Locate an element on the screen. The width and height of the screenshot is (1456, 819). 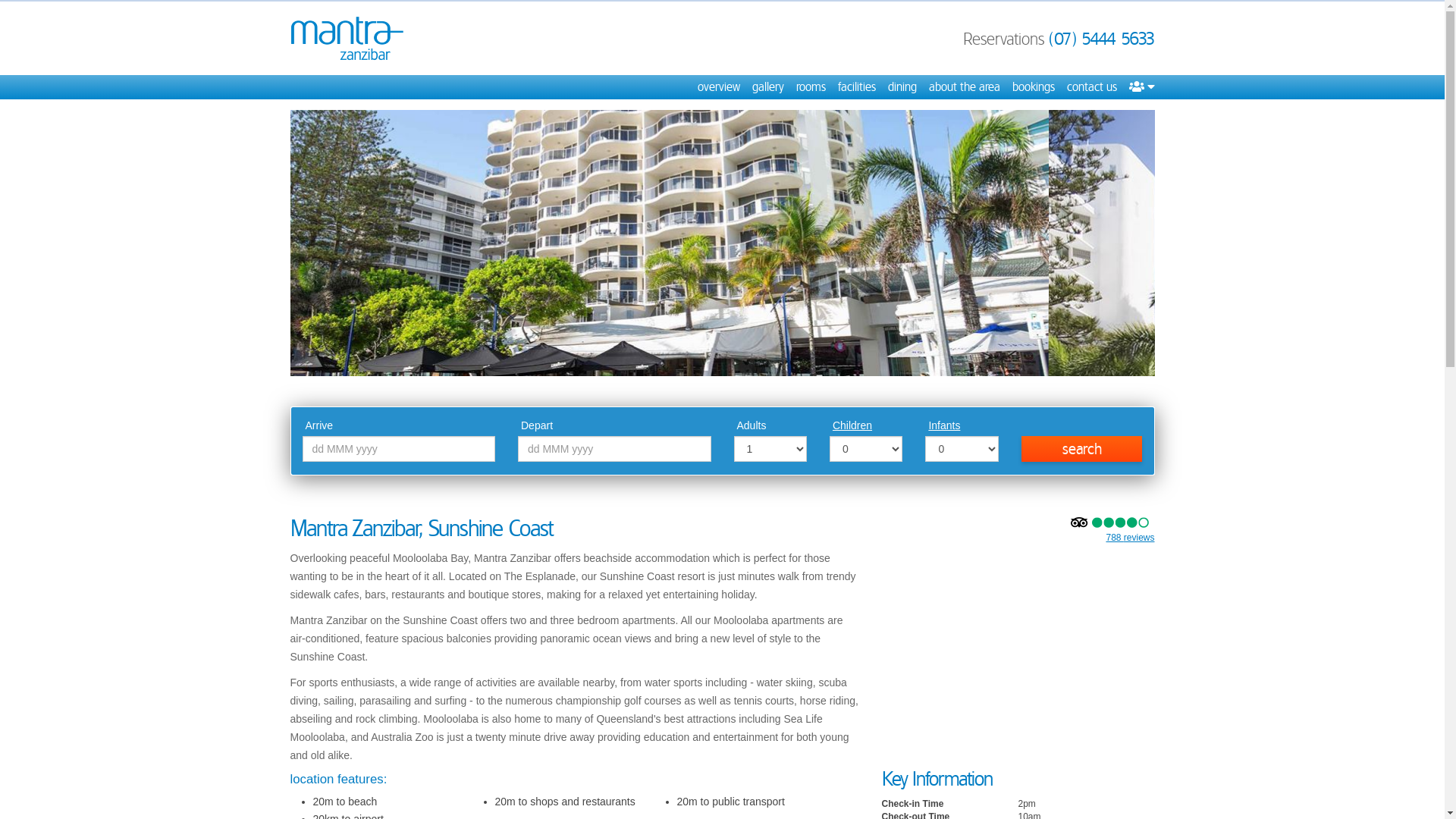
'788 reviews' is located at coordinates (1129, 537).